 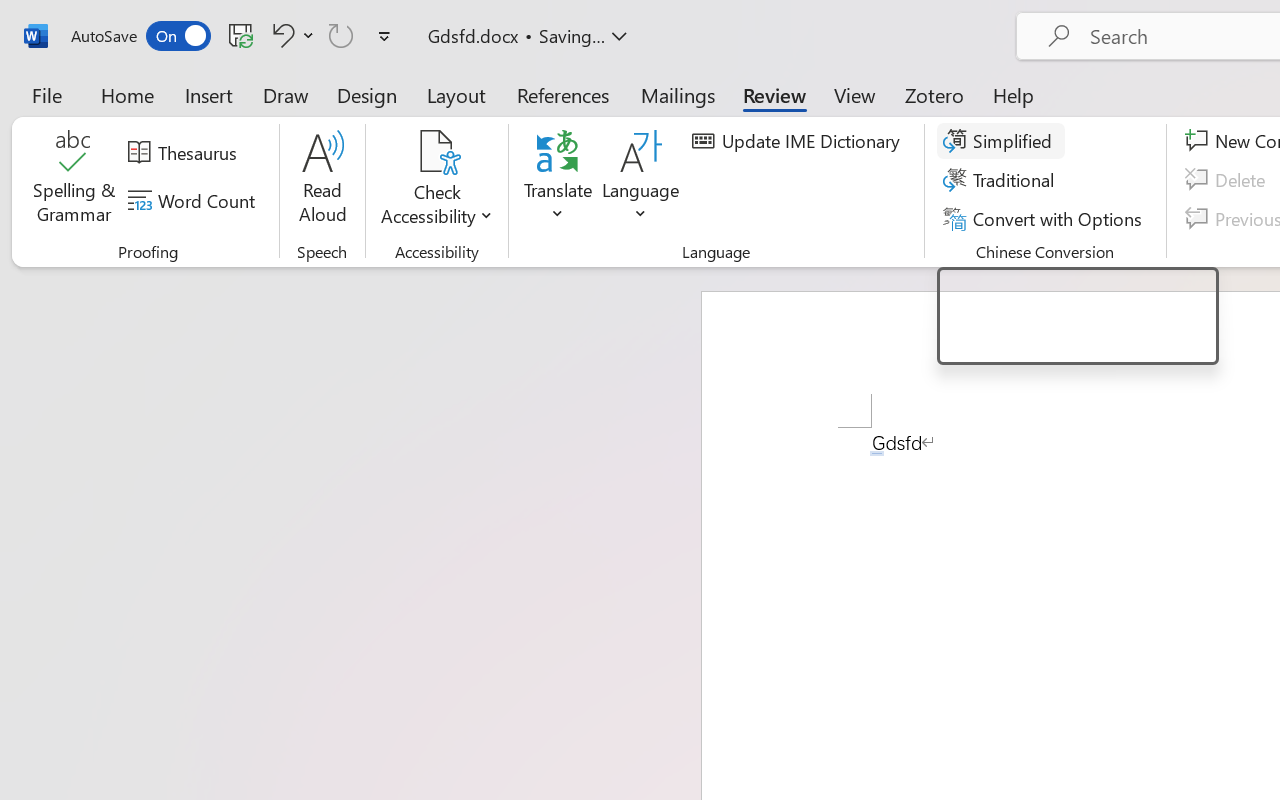 I want to click on 'Undo AutoCorrect', so click(x=289, y=34).